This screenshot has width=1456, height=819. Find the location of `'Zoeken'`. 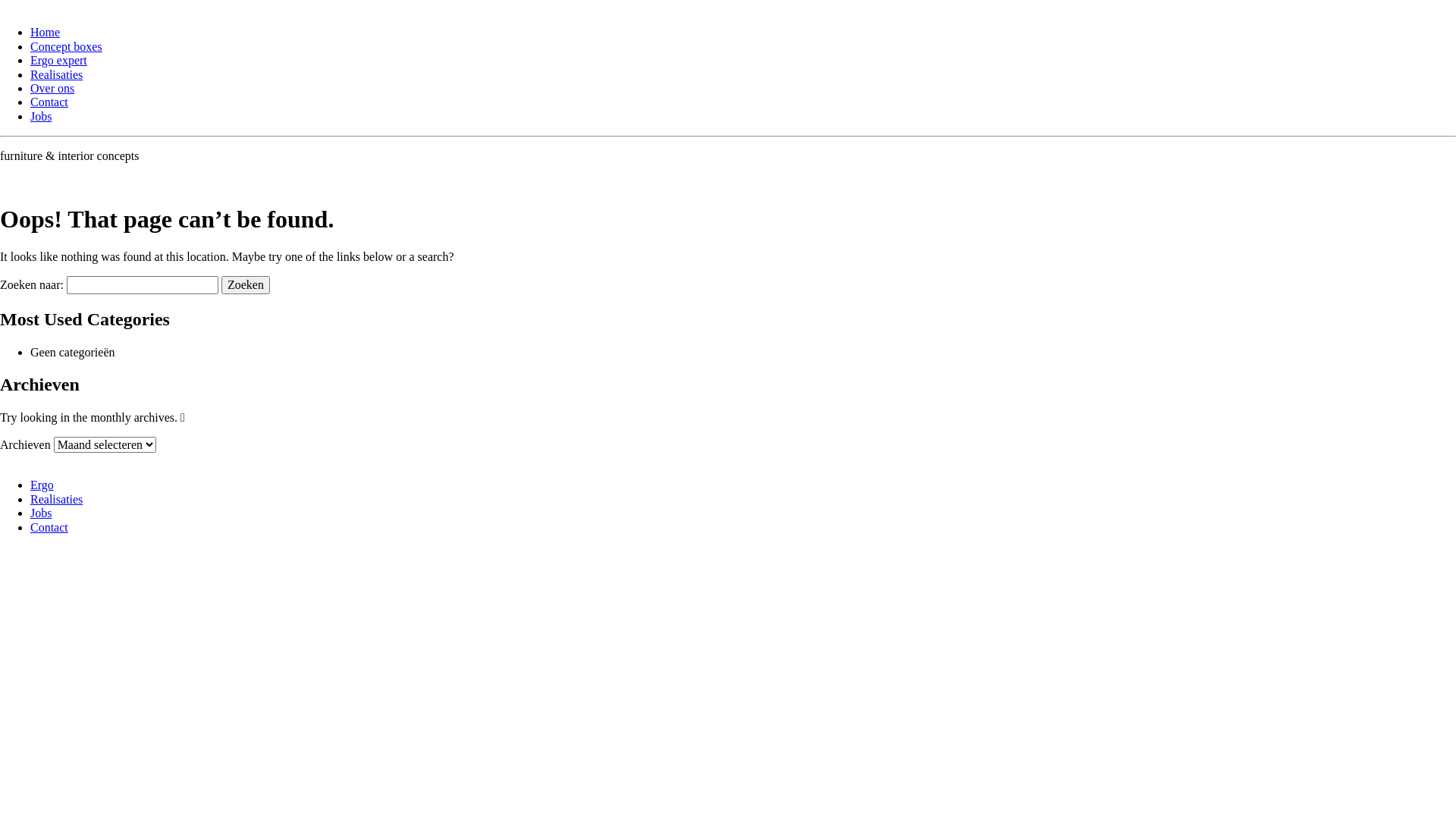

'Zoeken' is located at coordinates (246, 284).